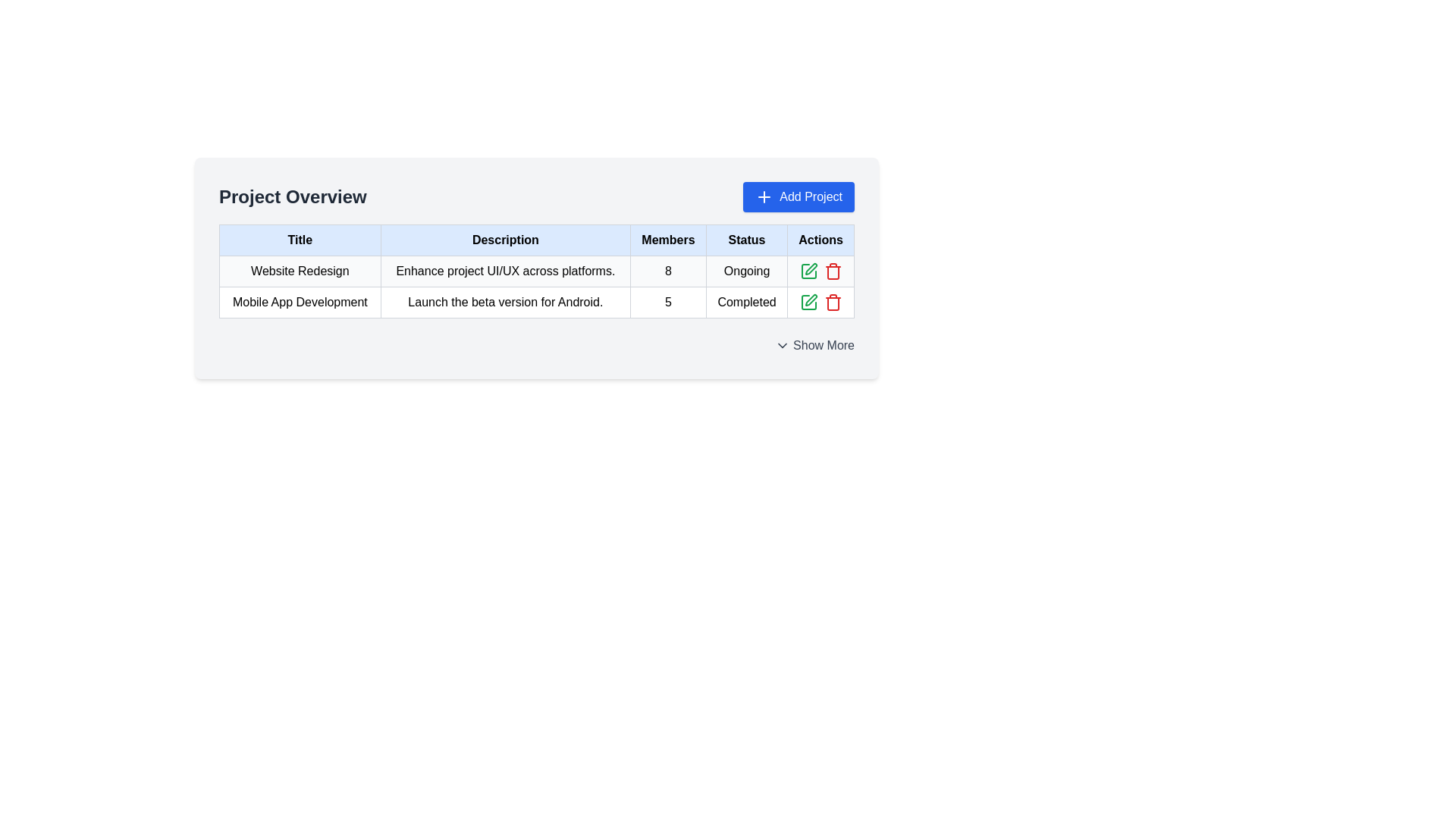 The height and width of the screenshot is (819, 1456). What do you see at coordinates (667, 302) in the screenshot?
I see `the static text cell displaying numerical information for the 'Mobile App Development' project in the 'Members' column of the second row` at bounding box center [667, 302].